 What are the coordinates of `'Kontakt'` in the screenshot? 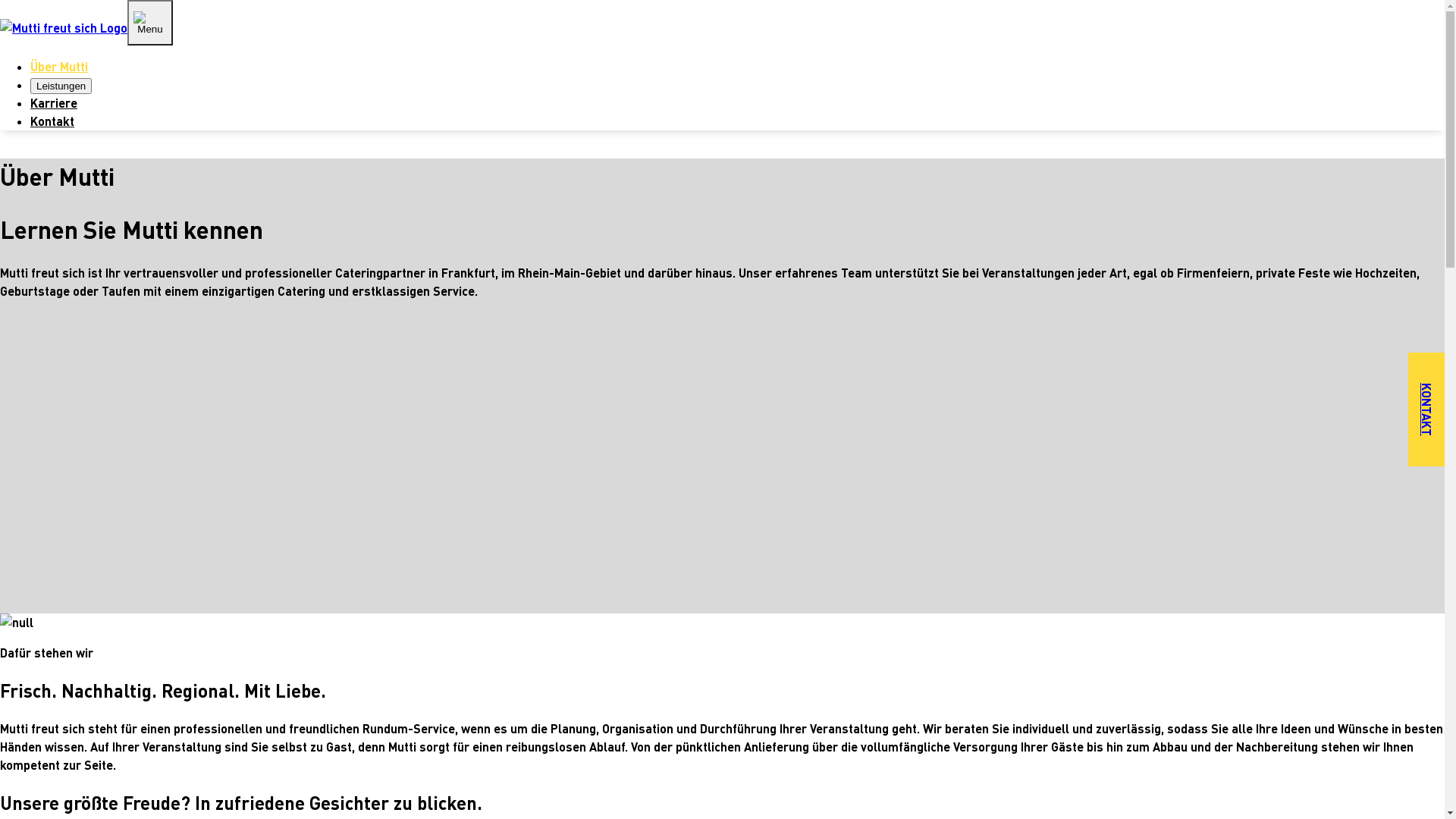 It's located at (52, 120).